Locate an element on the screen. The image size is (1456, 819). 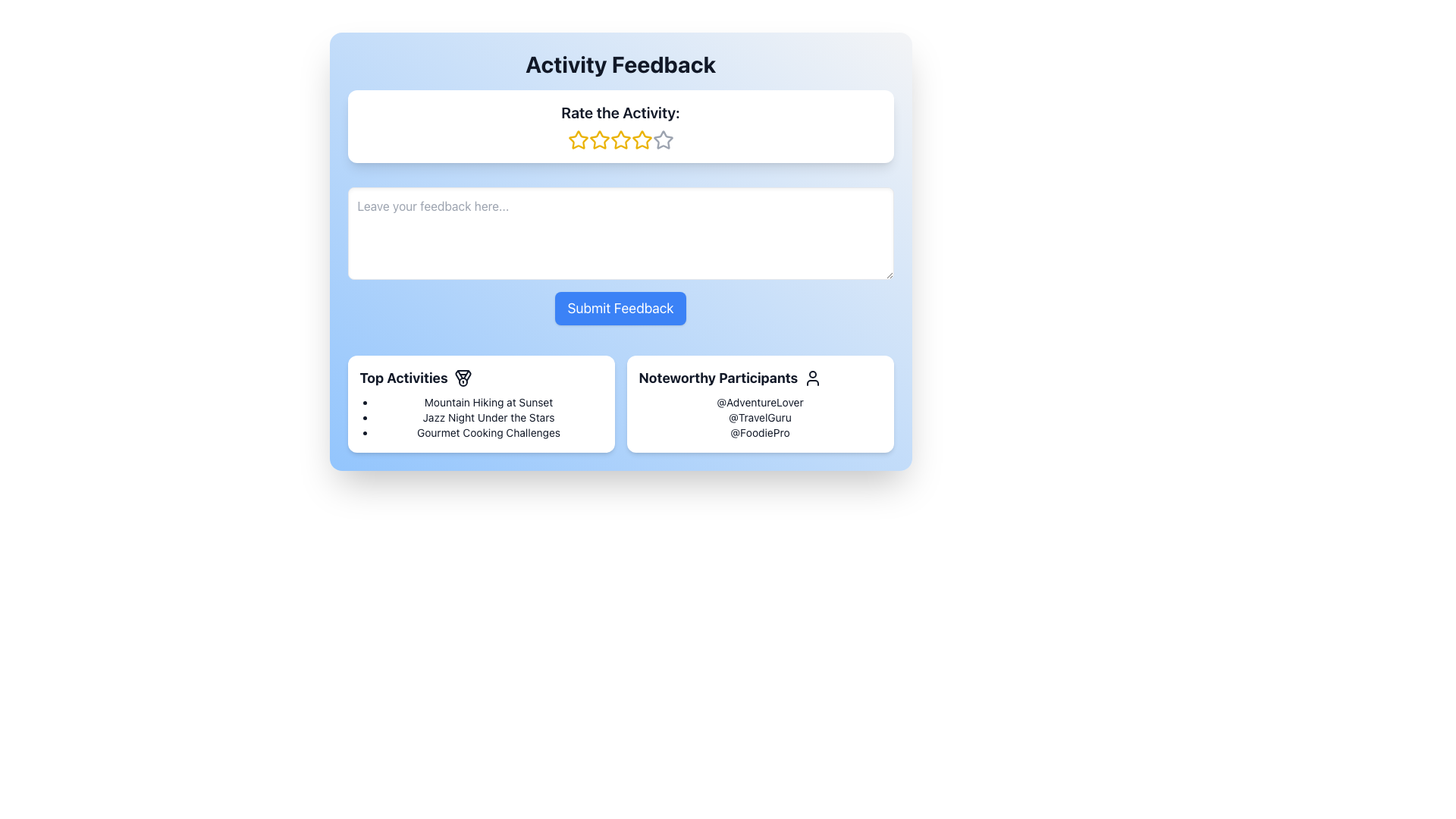
the third yellow star icon in the 'Rate the Activity' section to rate it is located at coordinates (598, 140).